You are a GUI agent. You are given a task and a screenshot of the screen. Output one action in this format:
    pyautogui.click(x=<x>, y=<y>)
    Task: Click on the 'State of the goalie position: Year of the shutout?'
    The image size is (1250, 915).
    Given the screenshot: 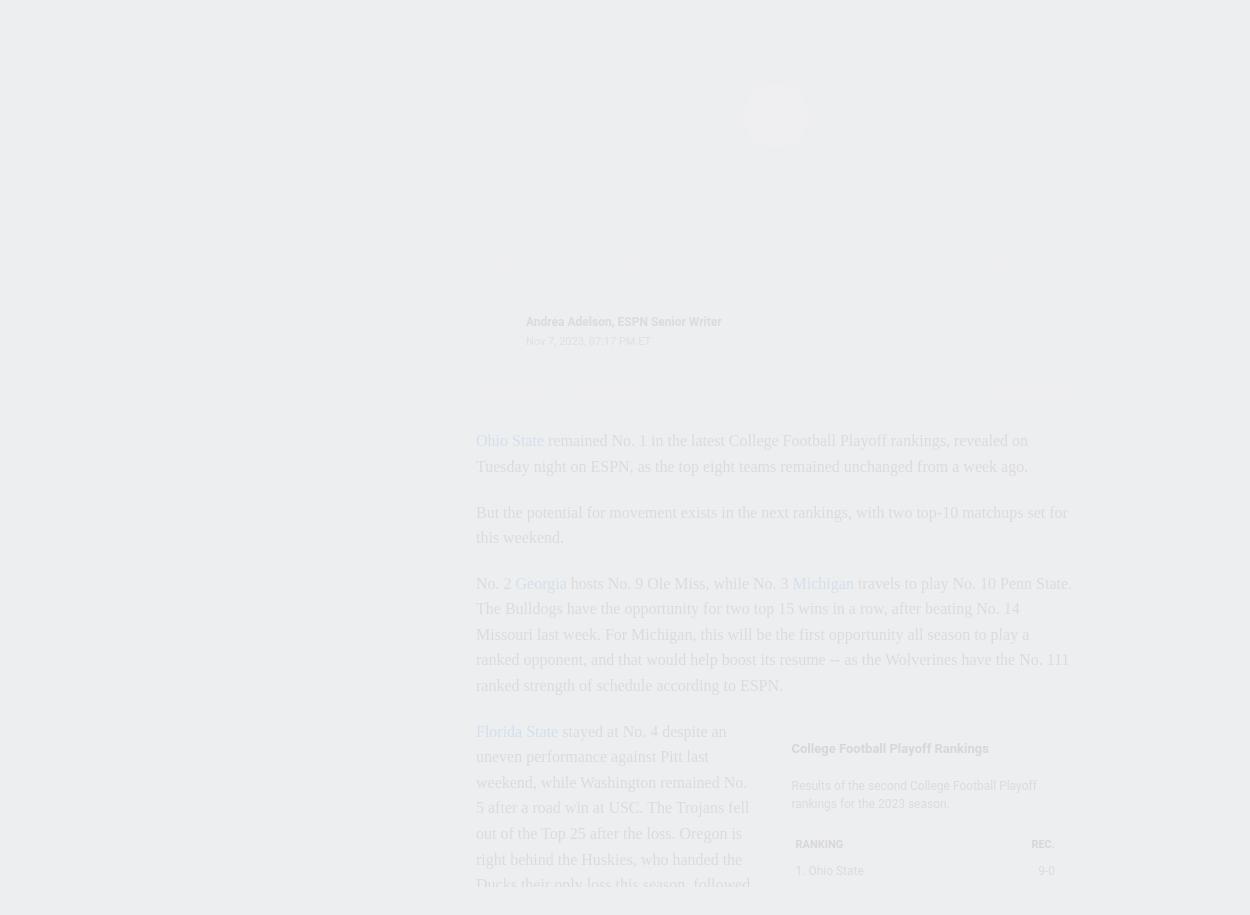 What is the action you would take?
    pyautogui.click(x=157, y=224)
    